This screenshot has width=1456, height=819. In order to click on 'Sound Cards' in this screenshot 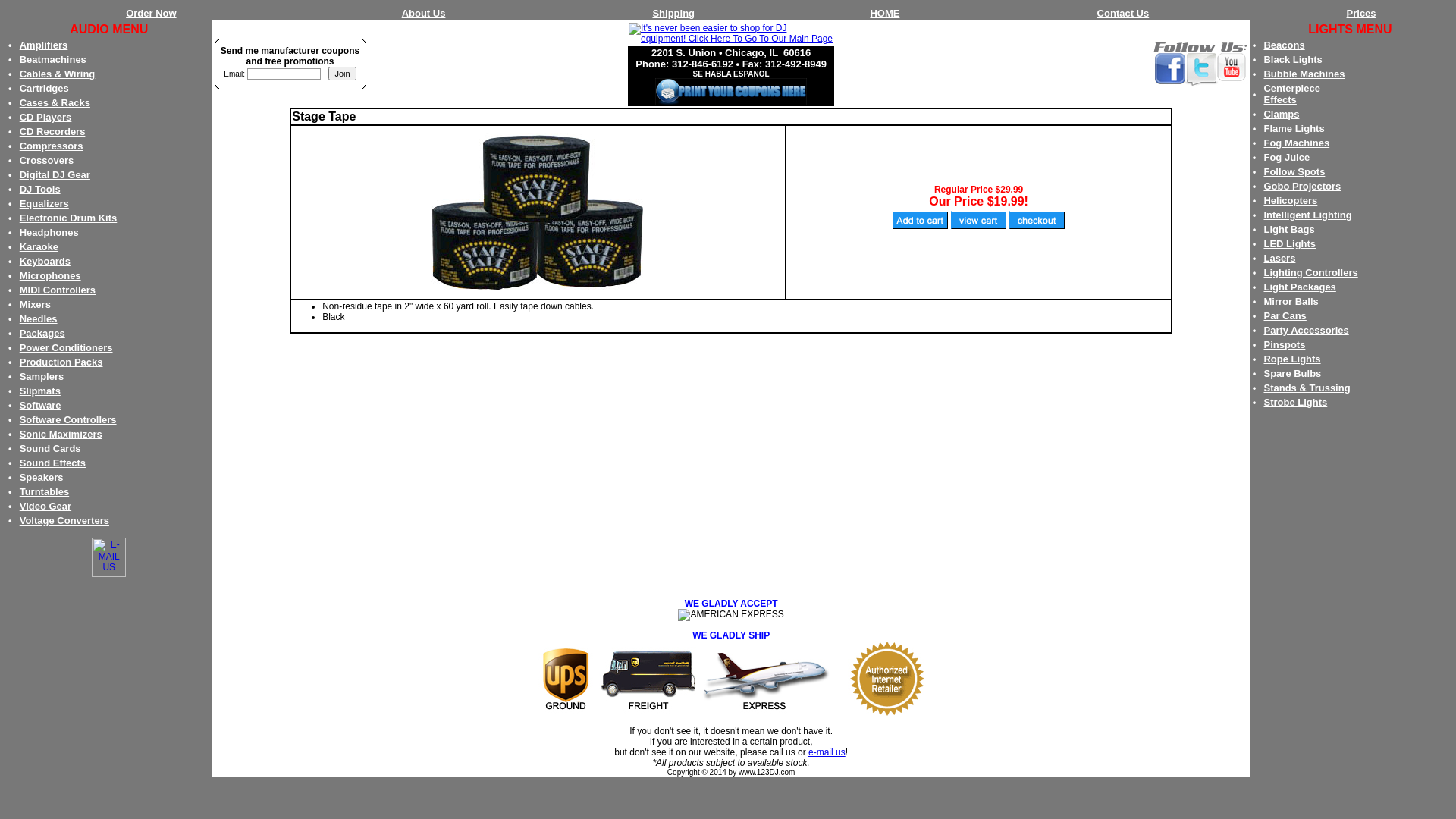, I will do `click(50, 447)`.